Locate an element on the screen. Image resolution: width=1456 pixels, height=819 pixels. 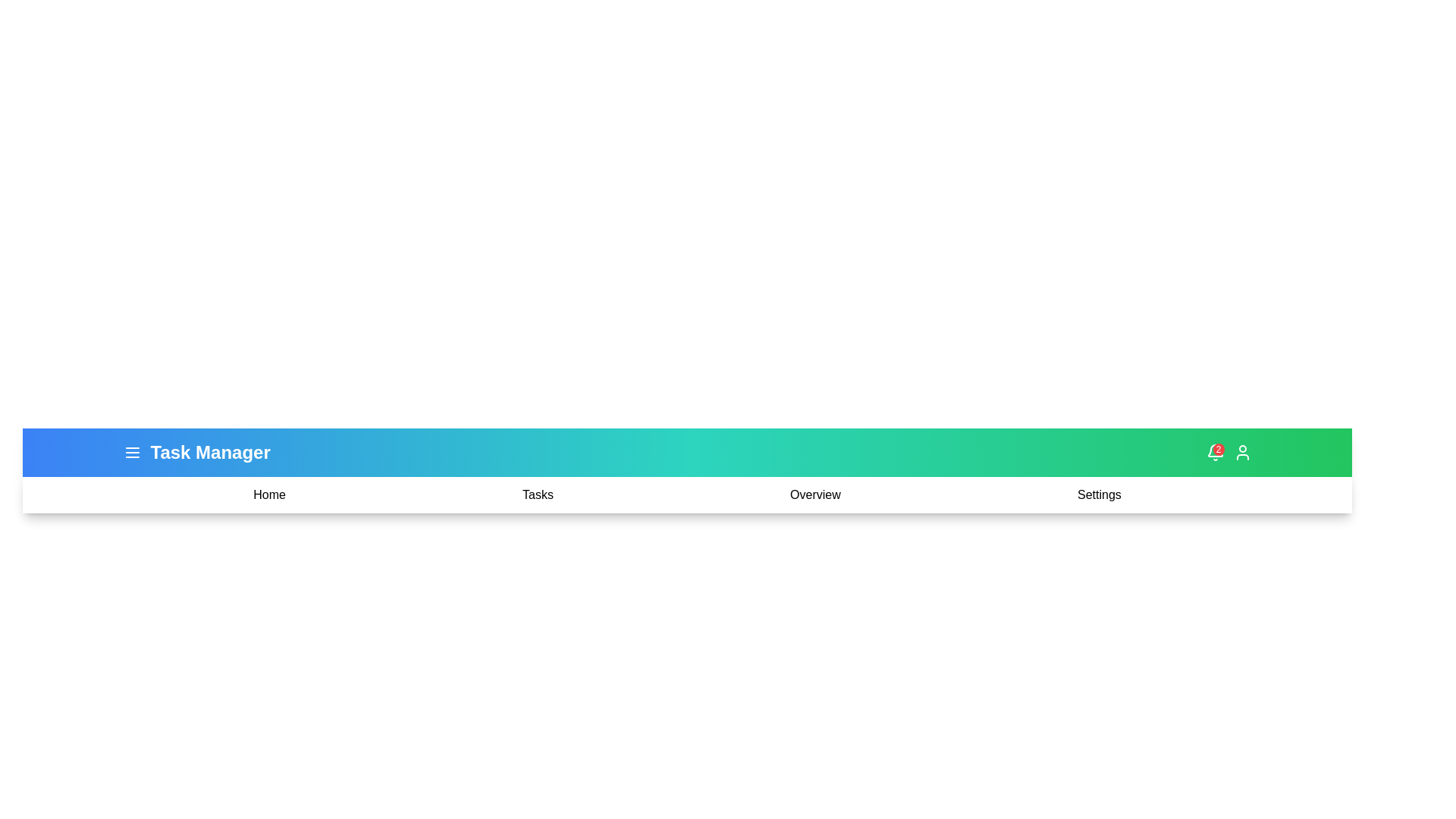
the menu icon to toggle the menu is located at coordinates (132, 452).